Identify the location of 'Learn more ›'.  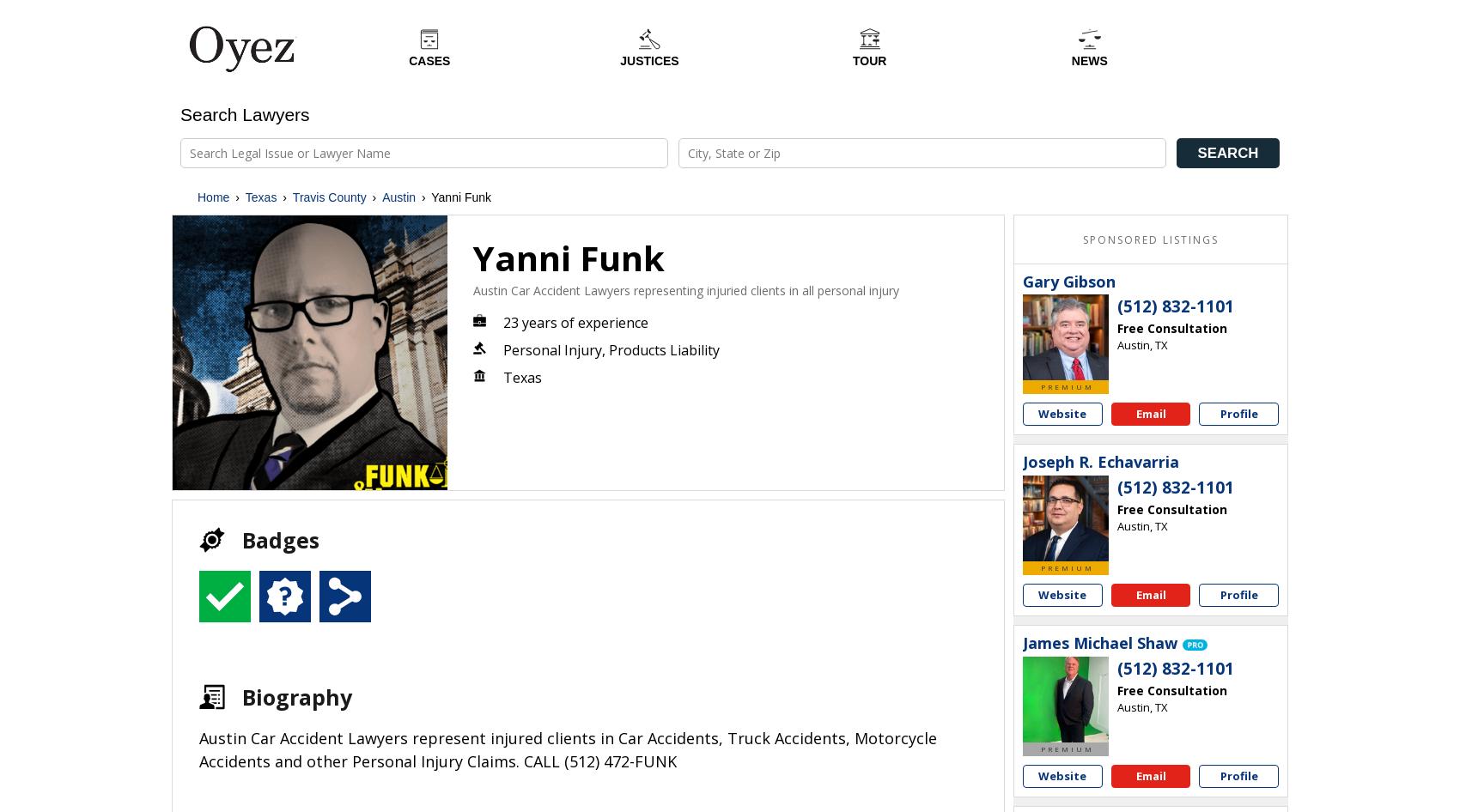
(1027, 706).